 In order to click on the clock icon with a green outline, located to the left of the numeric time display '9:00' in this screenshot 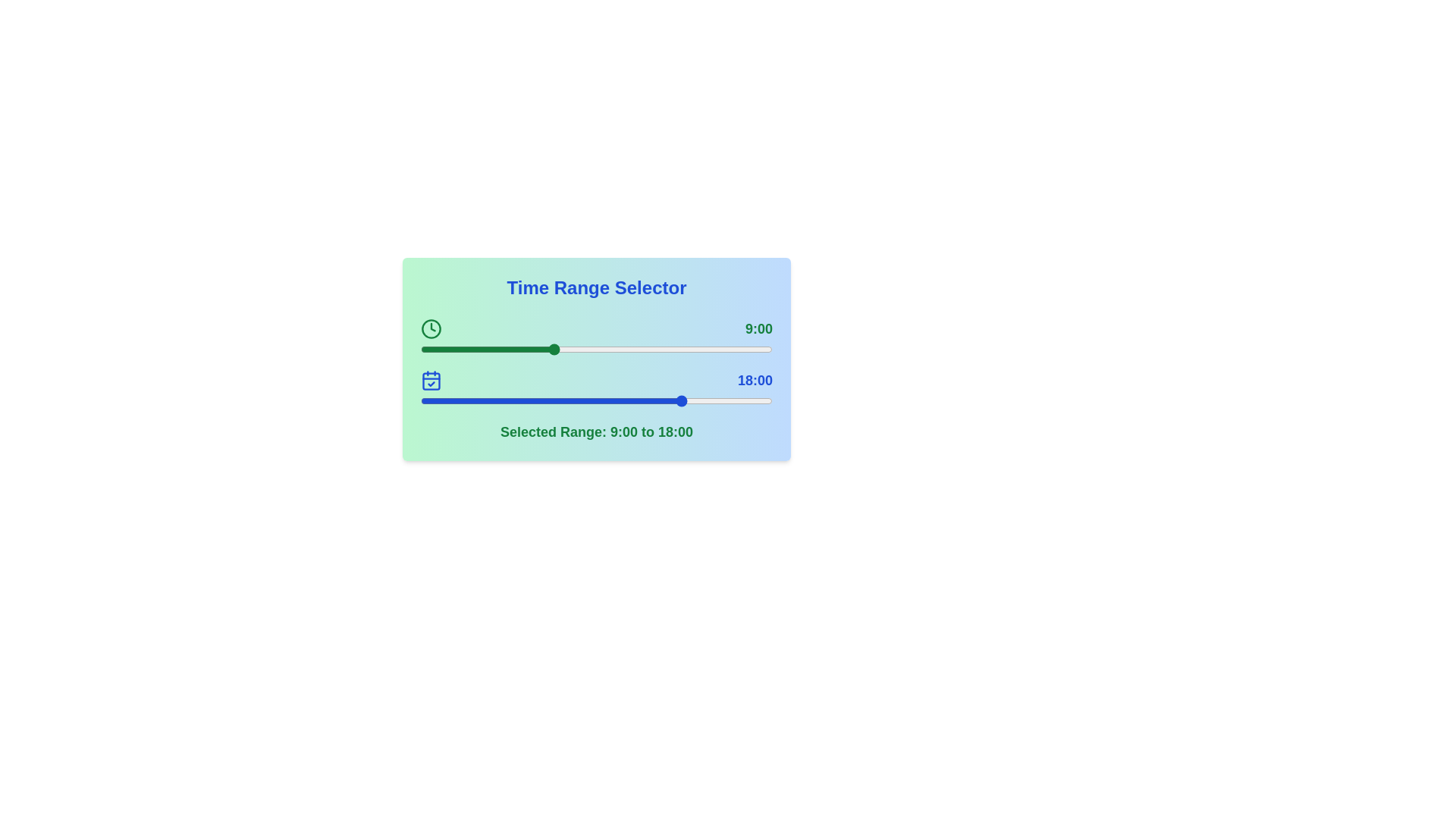, I will do `click(431, 328)`.